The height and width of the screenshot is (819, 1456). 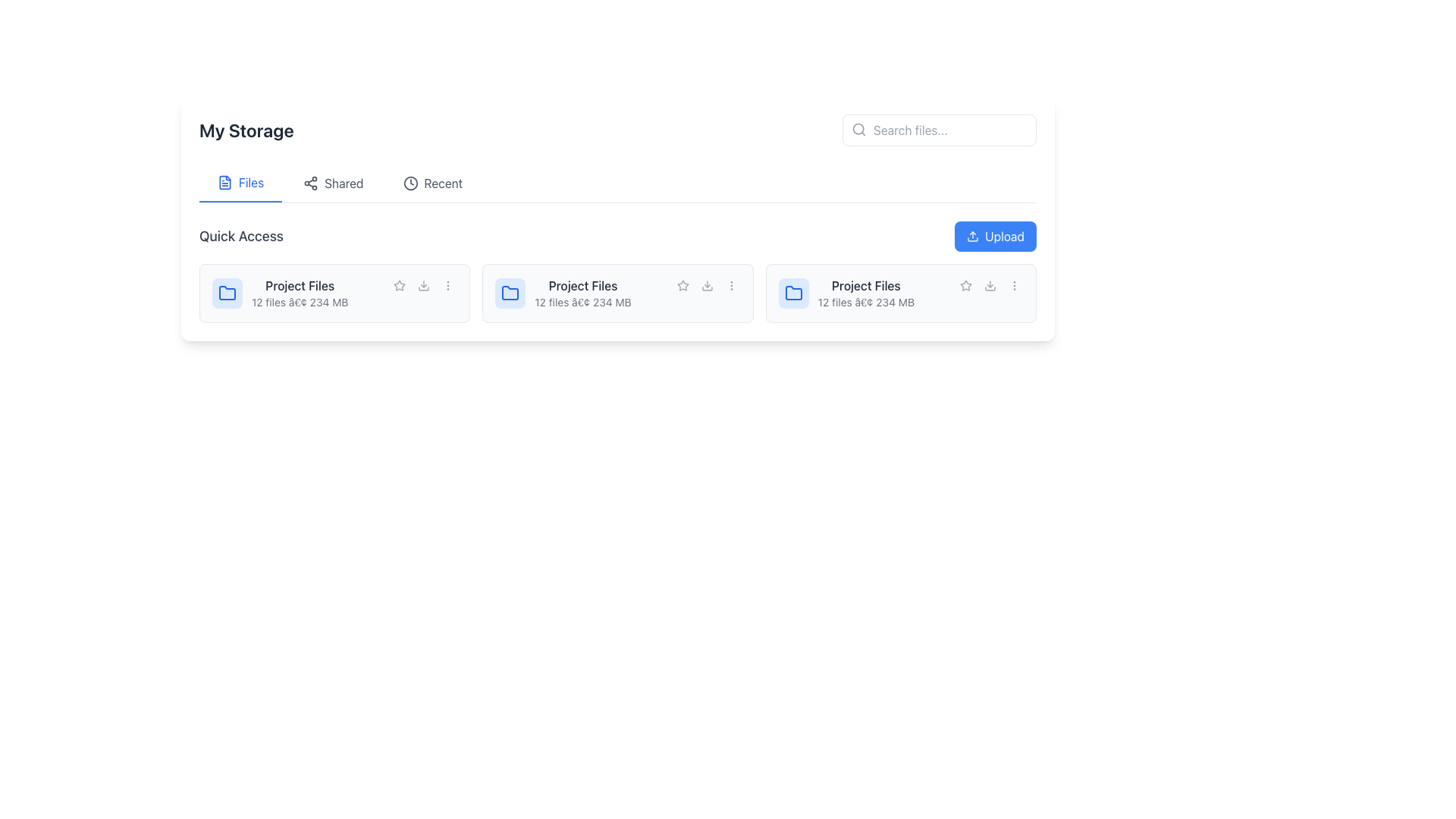 What do you see at coordinates (792, 293) in the screenshot?
I see `the folder icon above the text 'Project Files' in the fourth file card in the 'Quick Access' section` at bounding box center [792, 293].